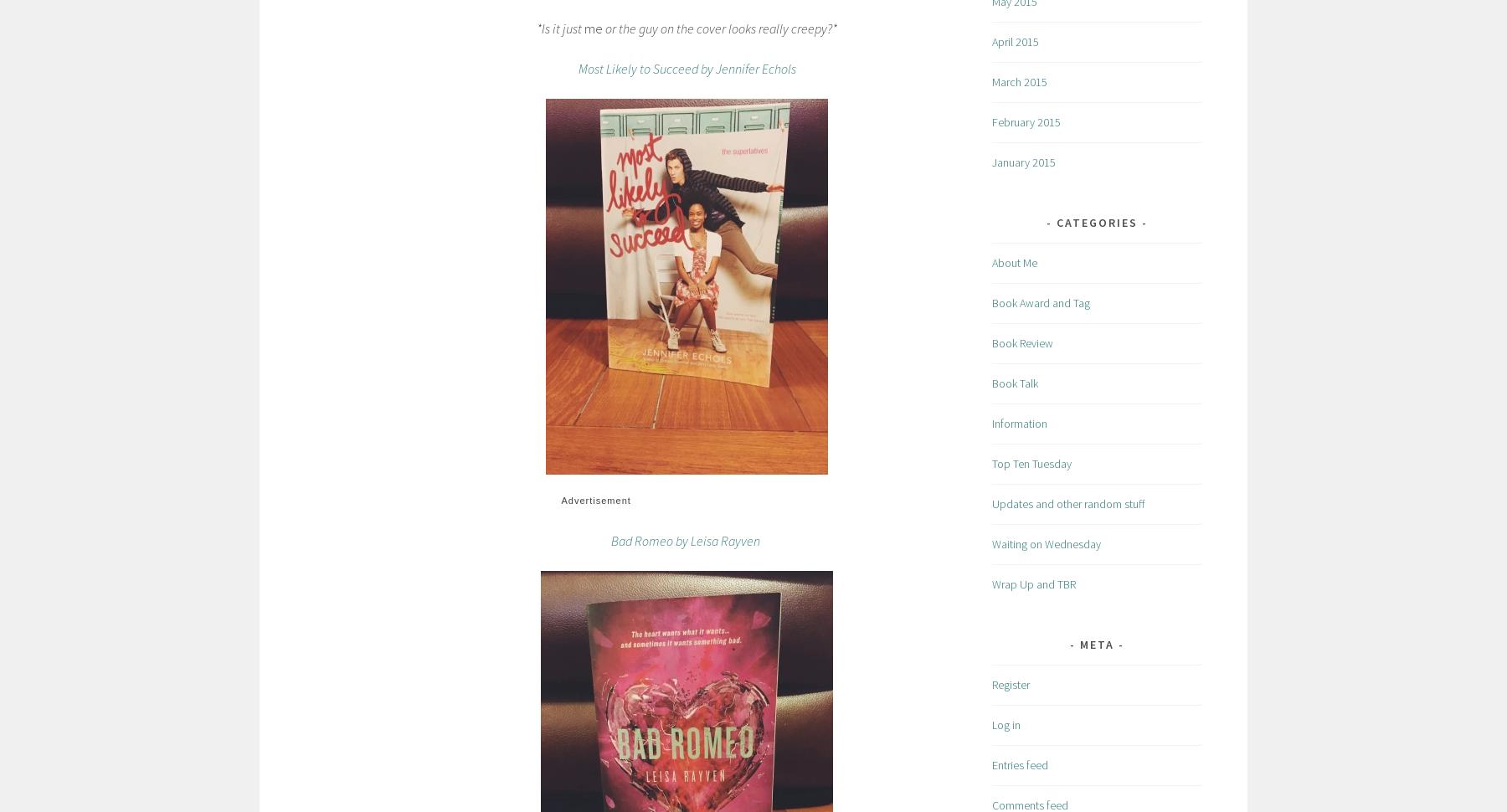  What do you see at coordinates (560, 27) in the screenshot?
I see `'*Is it just'` at bounding box center [560, 27].